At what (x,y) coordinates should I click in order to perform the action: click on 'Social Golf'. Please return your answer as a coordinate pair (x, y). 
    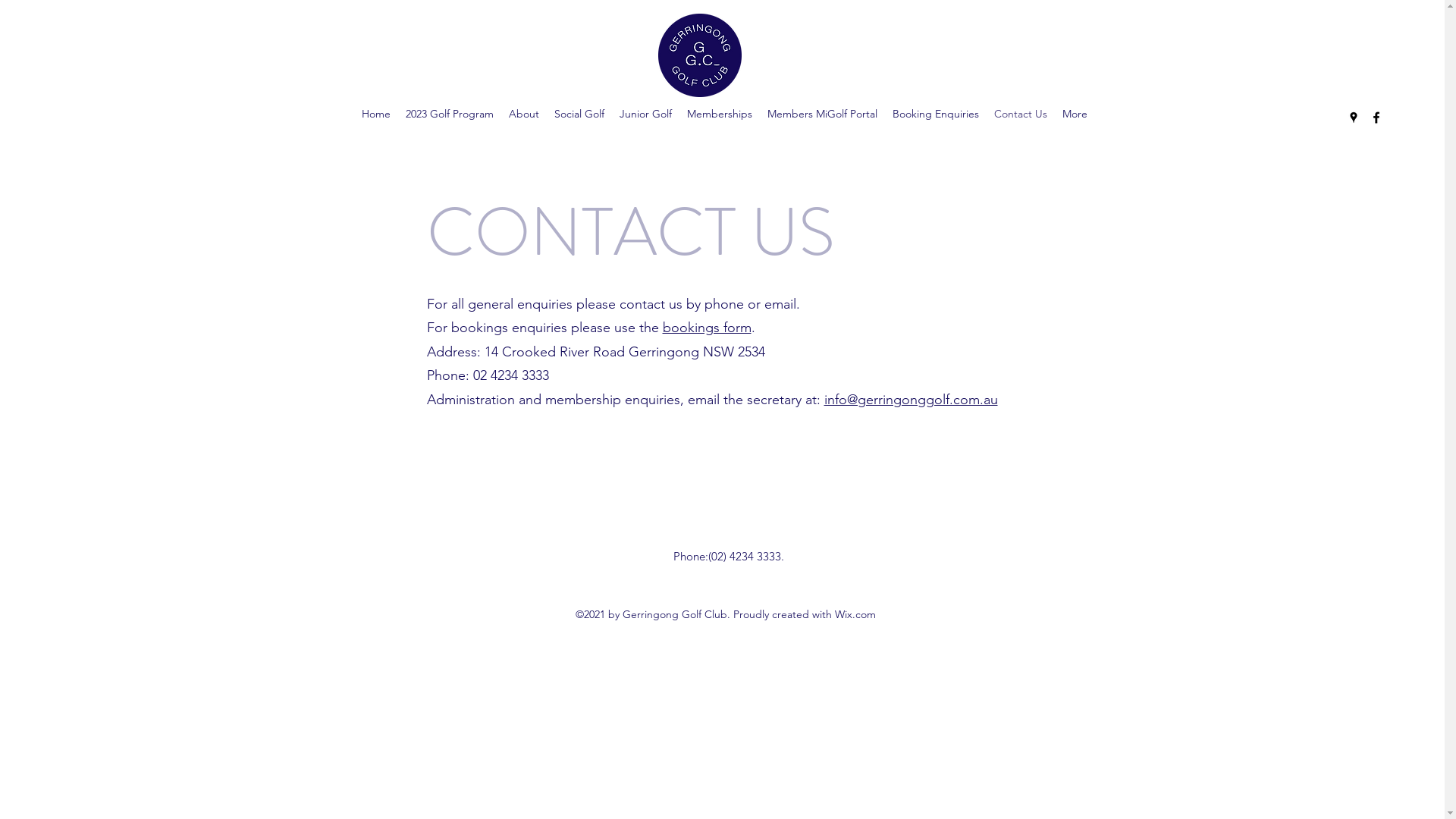
    Looking at the image, I should click on (578, 113).